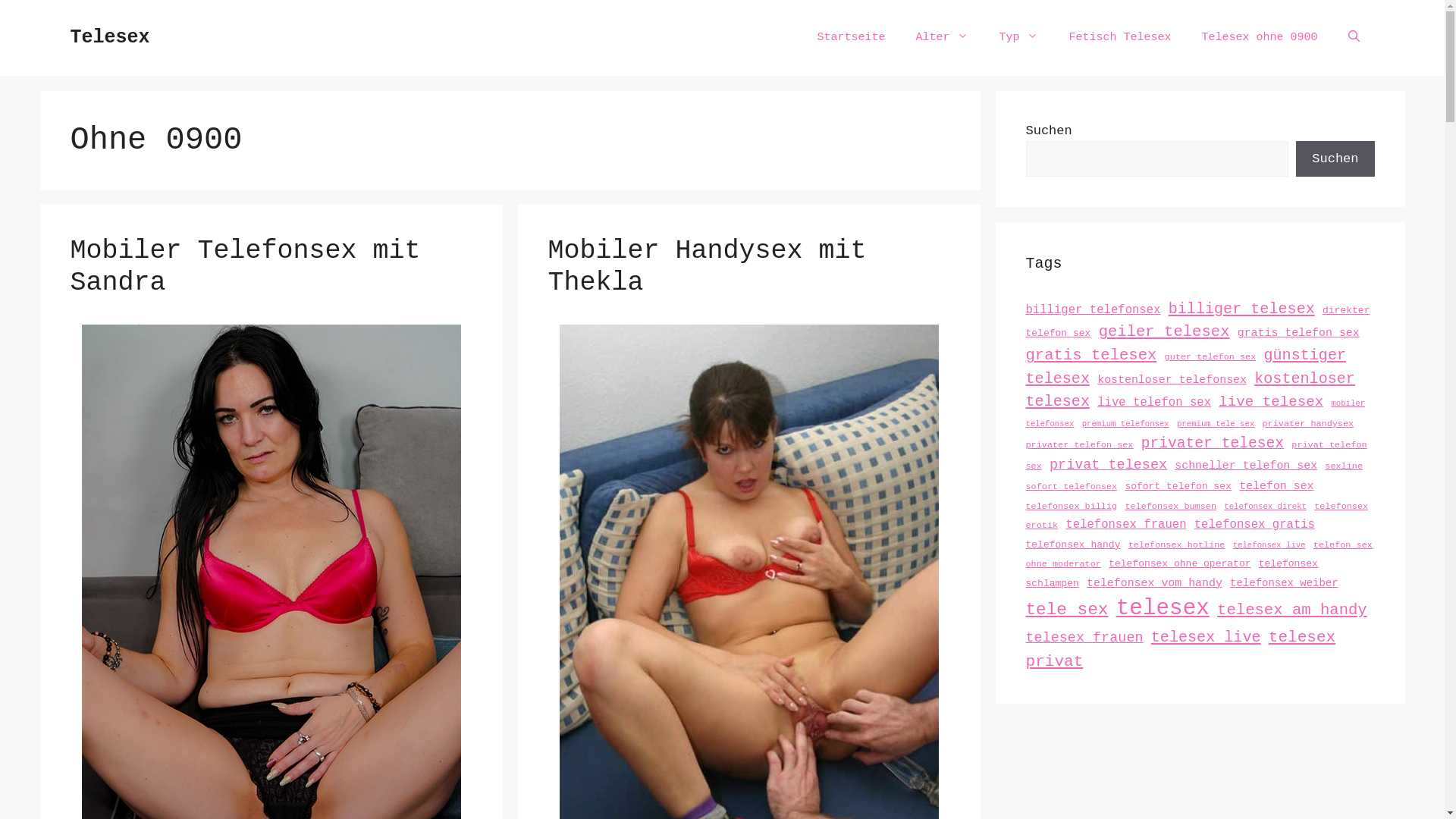 Image resolution: width=1456 pixels, height=819 pixels. I want to click on 'Mobiler Telefonsex mit Sandra', so click(244, 265).